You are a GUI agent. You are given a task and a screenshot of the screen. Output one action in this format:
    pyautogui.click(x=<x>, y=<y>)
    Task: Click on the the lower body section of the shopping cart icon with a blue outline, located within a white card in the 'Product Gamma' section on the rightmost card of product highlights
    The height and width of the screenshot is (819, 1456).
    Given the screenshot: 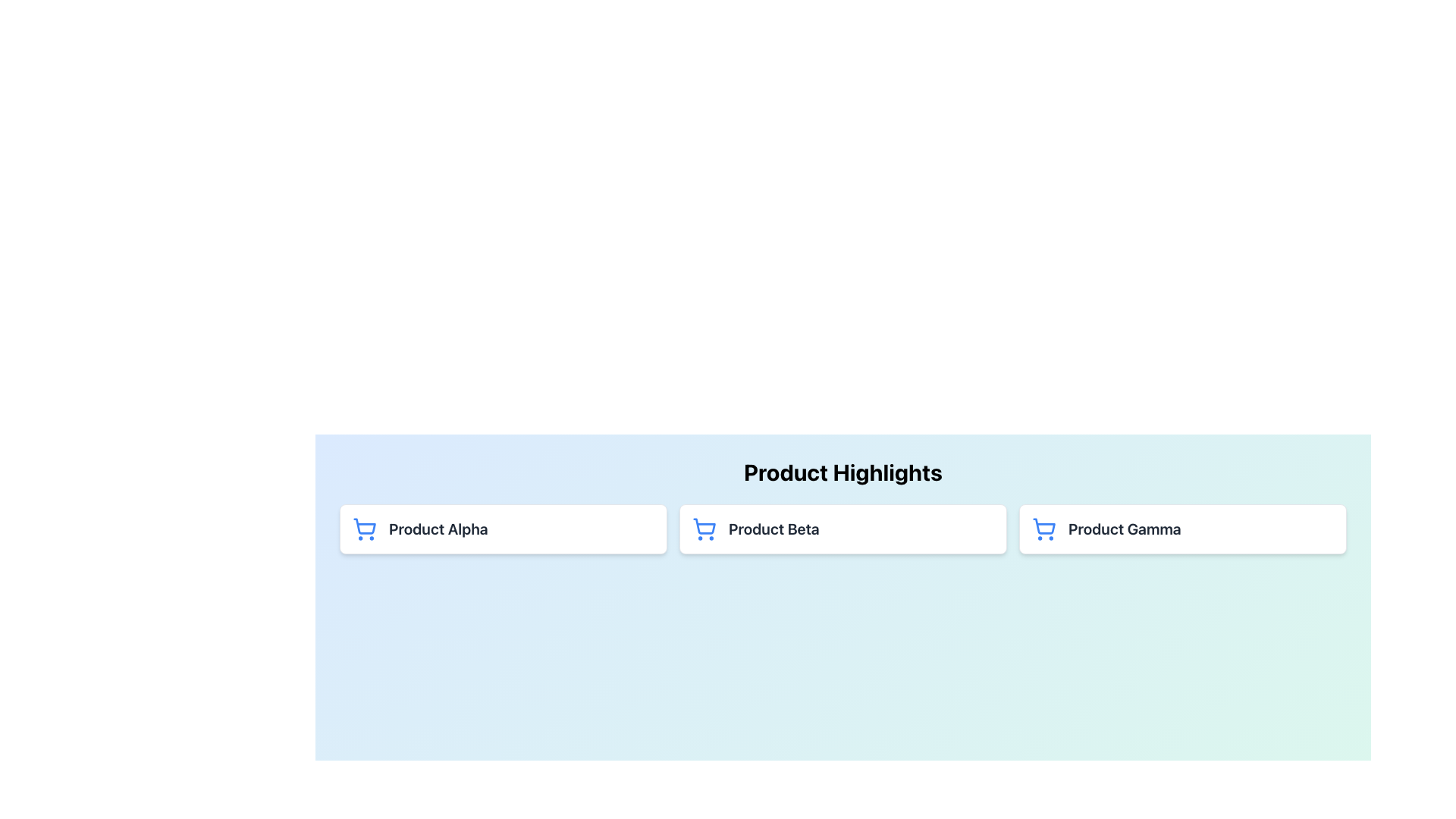 What is the action you would take?
    pyautogui.click(x=1043, y=526)
    